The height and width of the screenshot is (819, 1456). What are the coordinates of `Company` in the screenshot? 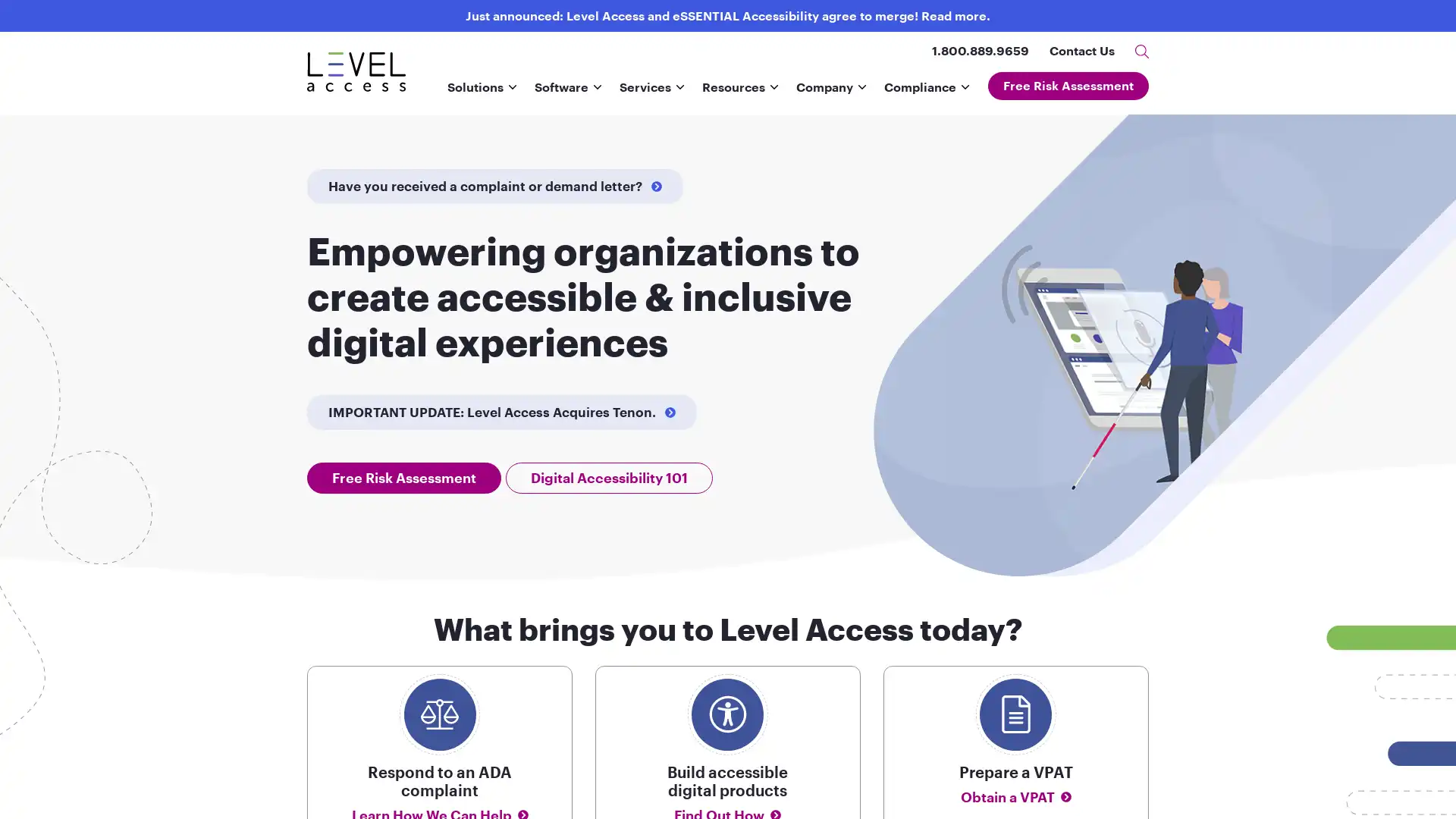 It's located at (830, 93).